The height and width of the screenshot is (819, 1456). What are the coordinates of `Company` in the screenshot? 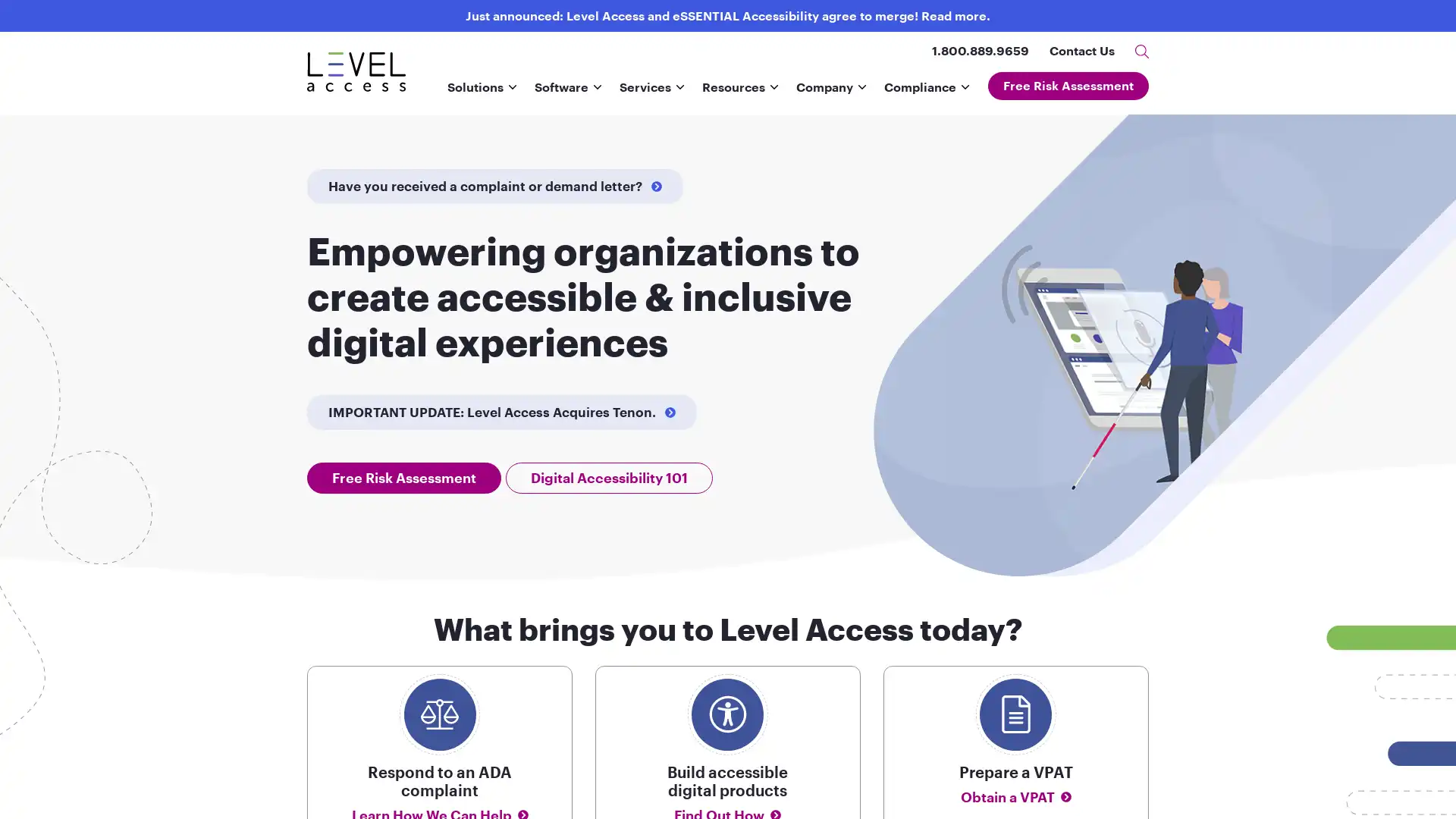 It's located at (830, 93).